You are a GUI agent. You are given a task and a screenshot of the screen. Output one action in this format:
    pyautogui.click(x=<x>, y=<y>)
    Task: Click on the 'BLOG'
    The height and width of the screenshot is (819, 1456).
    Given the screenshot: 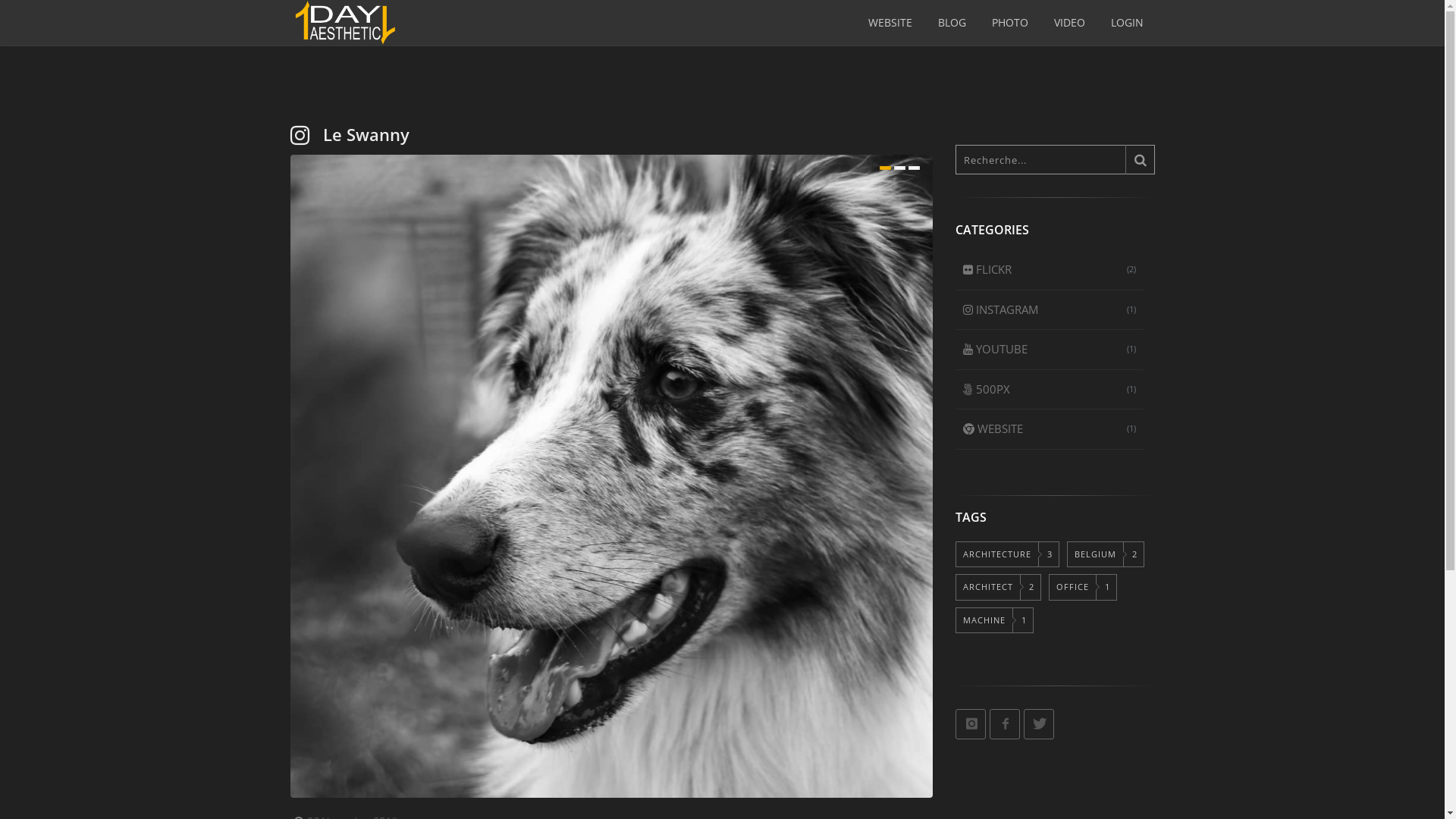 What is the action you would take?
    pyautogui.click(x=926, y=23)
    